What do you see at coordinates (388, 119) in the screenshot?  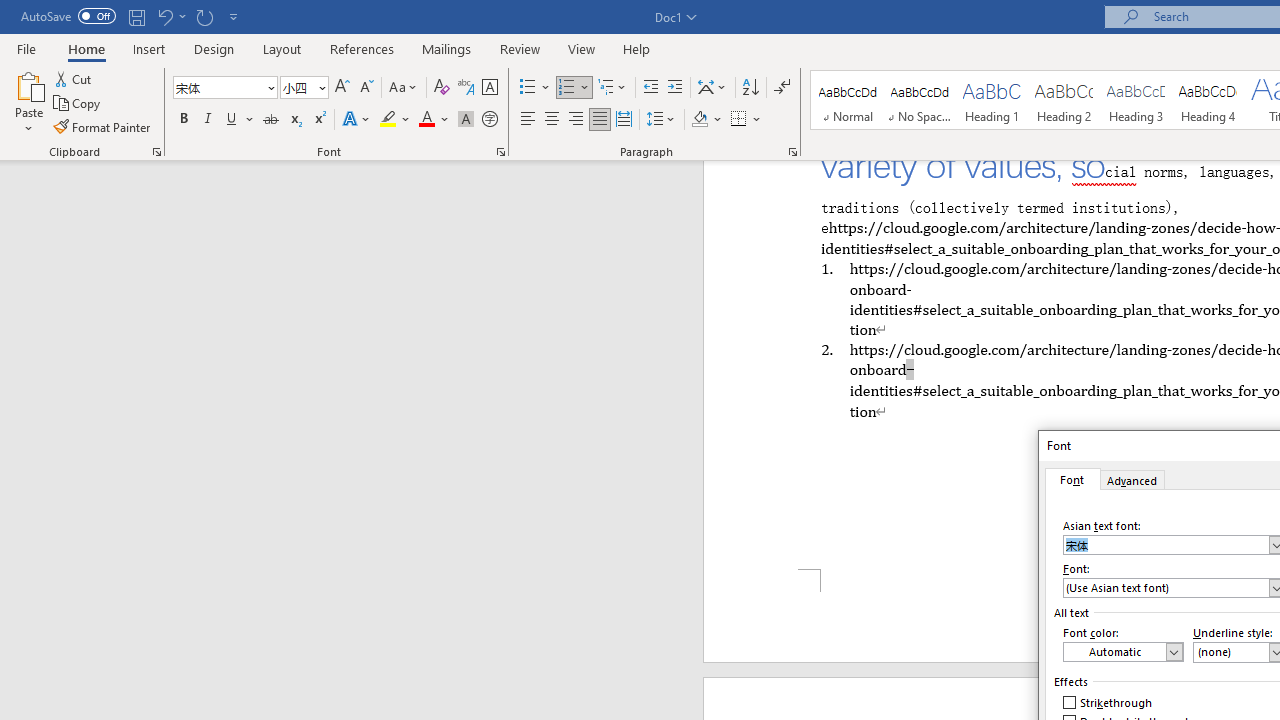 I see `'Text Highlight Color Yellow'` at bounding box center [388, 119].